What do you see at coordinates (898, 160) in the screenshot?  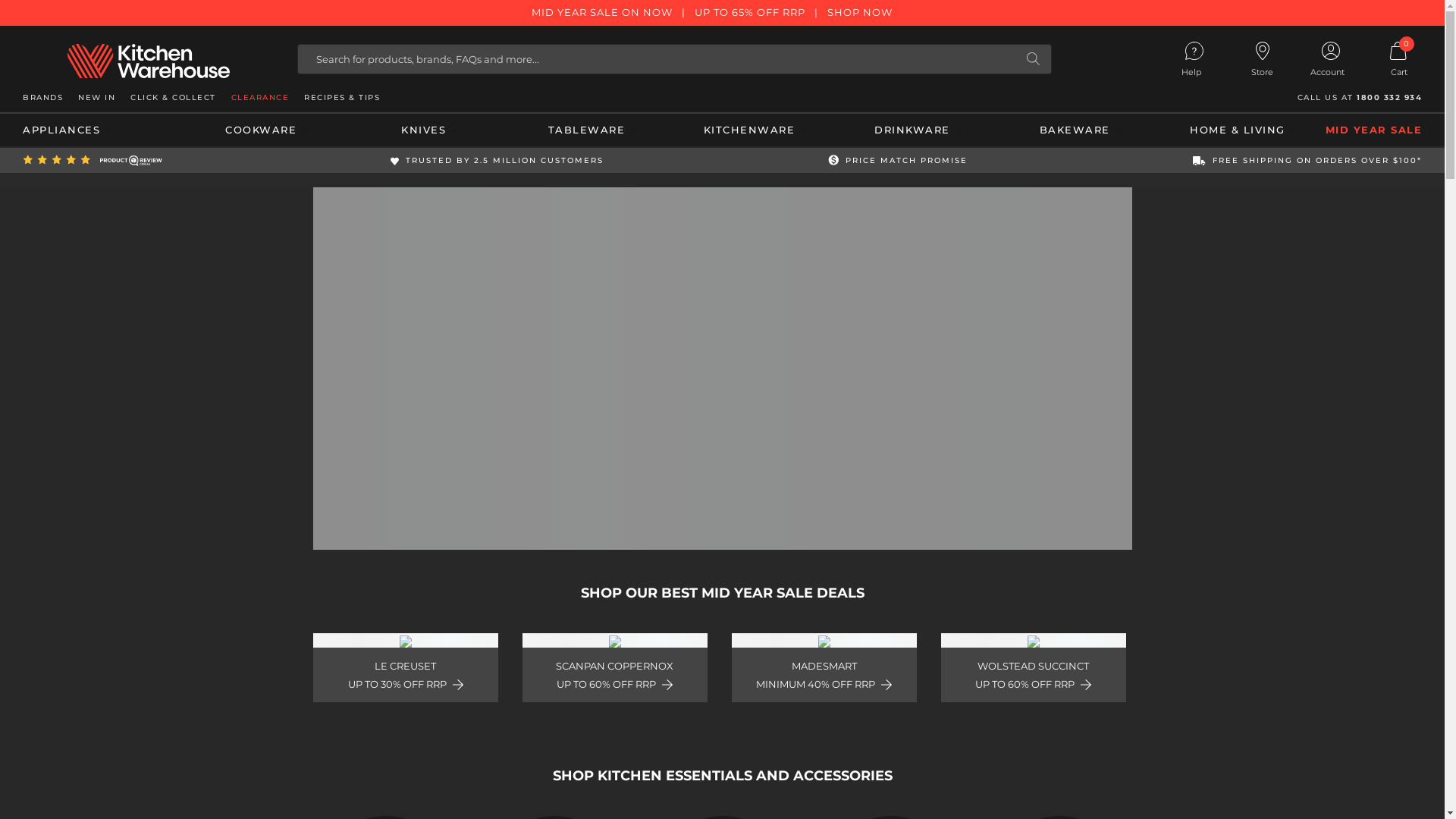 I see `'PRICE MATCH PROMISE'` at bounding box center [898, 160].